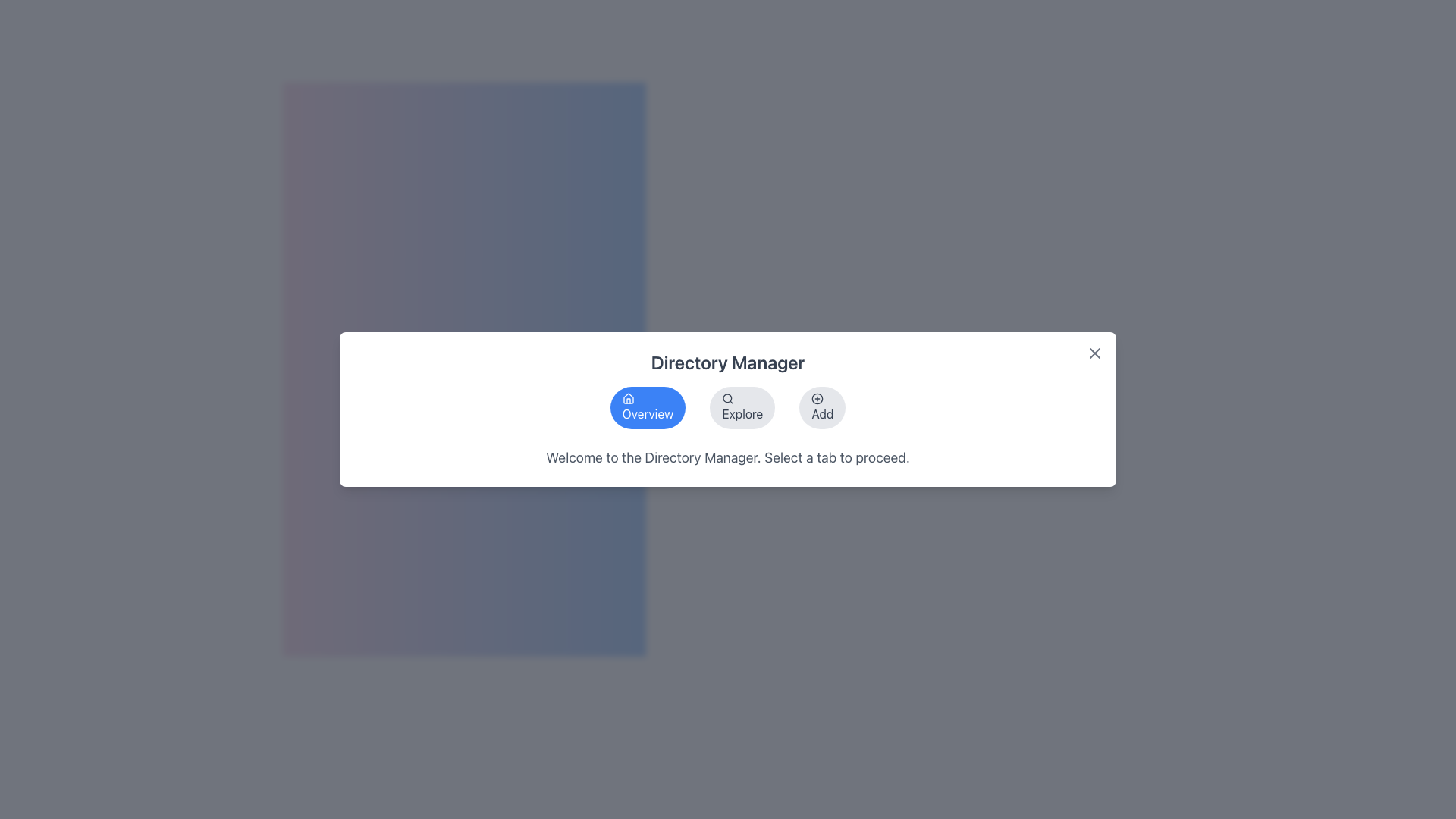 Image resolution: width=1456 pixels, height=819 pixels. Describe the element at coordinates (628, 397) in the screenshot. I see `the house-like icon within the blue circular button labeled 'Overview'` at that location.